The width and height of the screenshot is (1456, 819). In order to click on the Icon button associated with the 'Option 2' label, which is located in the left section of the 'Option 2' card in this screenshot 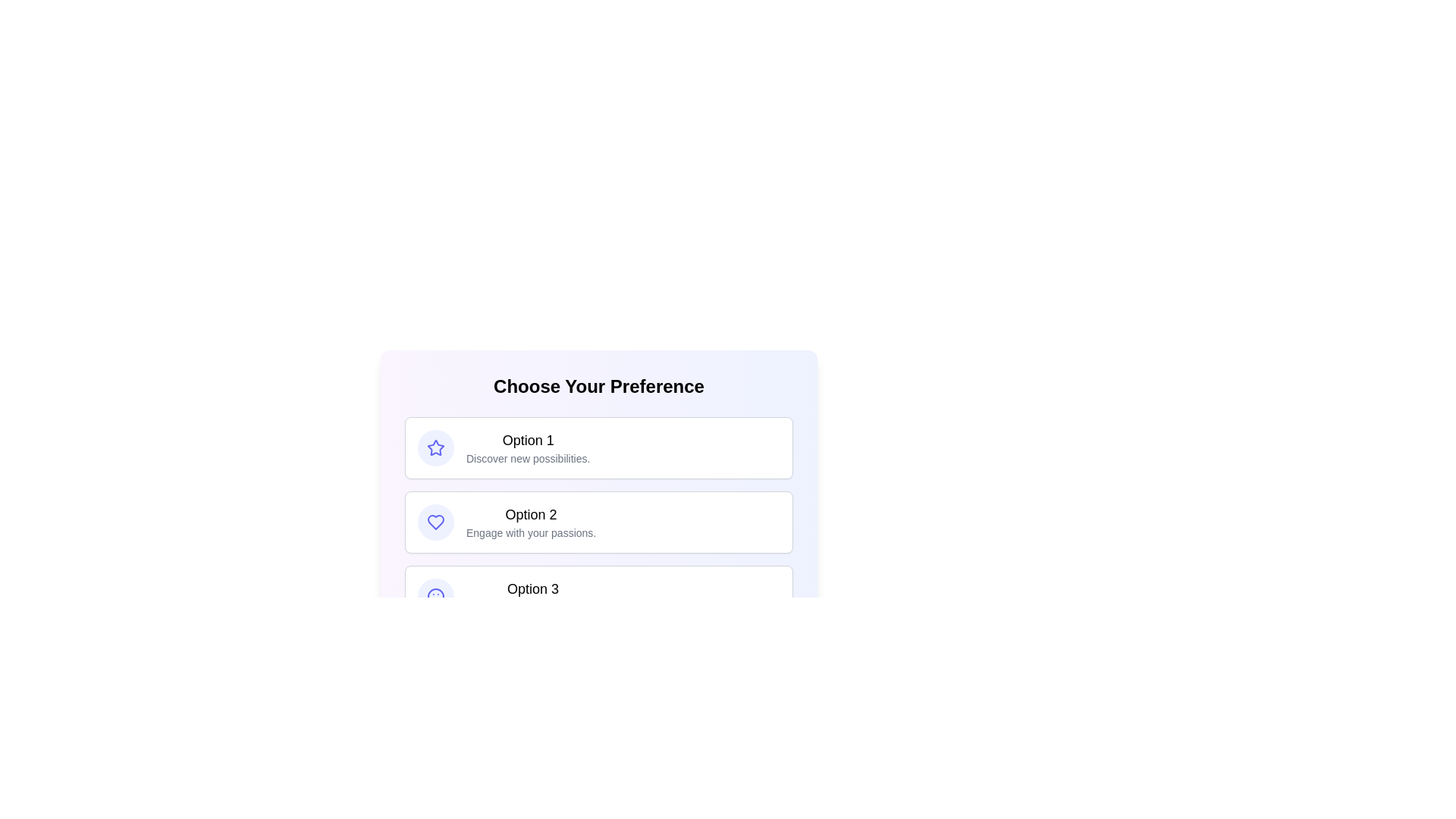, I will do `click(435, 522)`.